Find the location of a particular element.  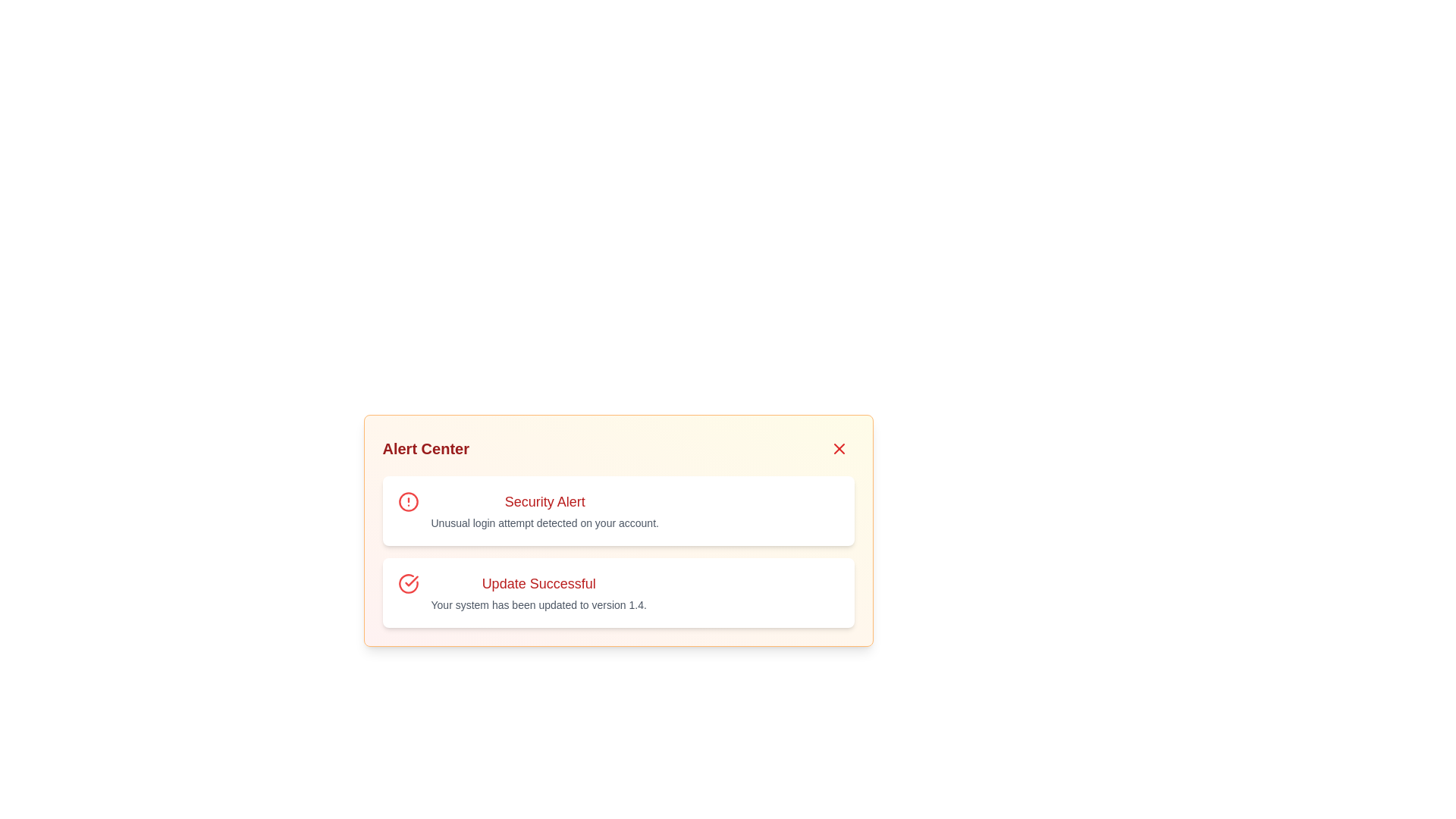

the close icon button located in the top-right corner of the 'Alert Center' dialog is located at coordinates (838, 447).